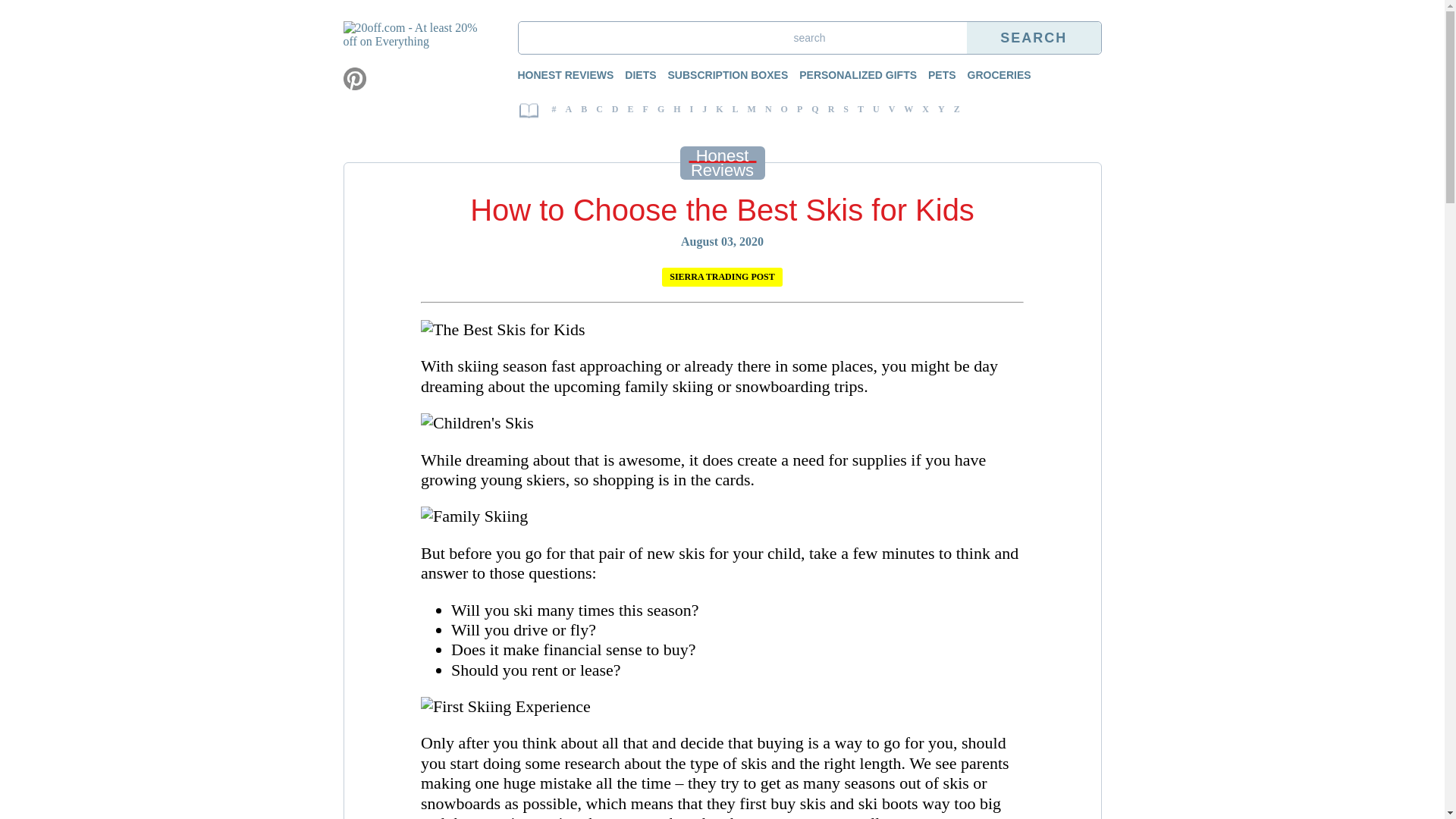 This screenshot has height=819, width=1456. Describe the element at coordinates (768, 108) in the screenshot. I see `'N'` at that location.